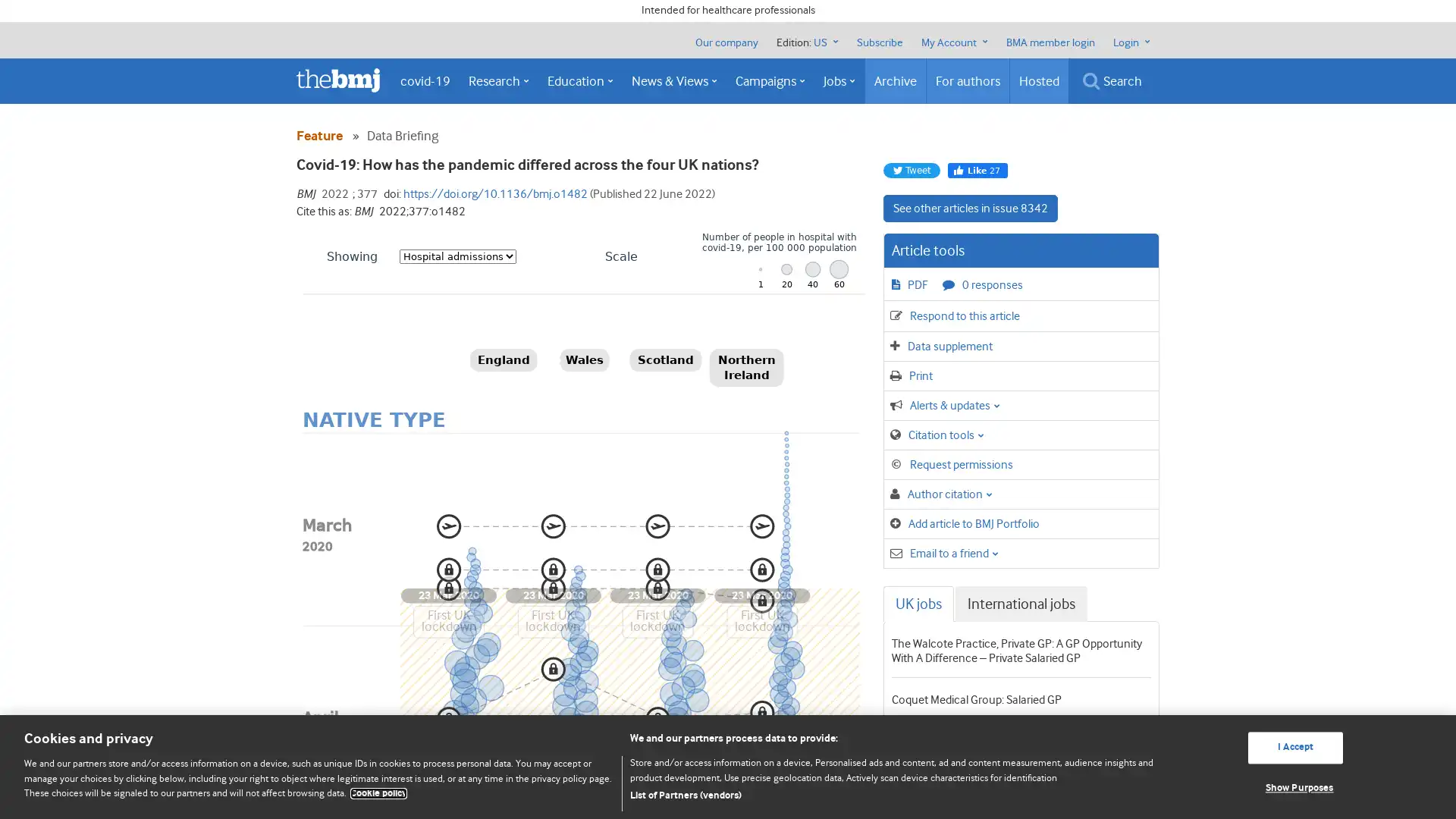 Image resolution: width=1456 pixels, height=819 pixels. Describe the element at coordinates (1294, 787) in the screenshot. I see `Show Purposes` at that location.